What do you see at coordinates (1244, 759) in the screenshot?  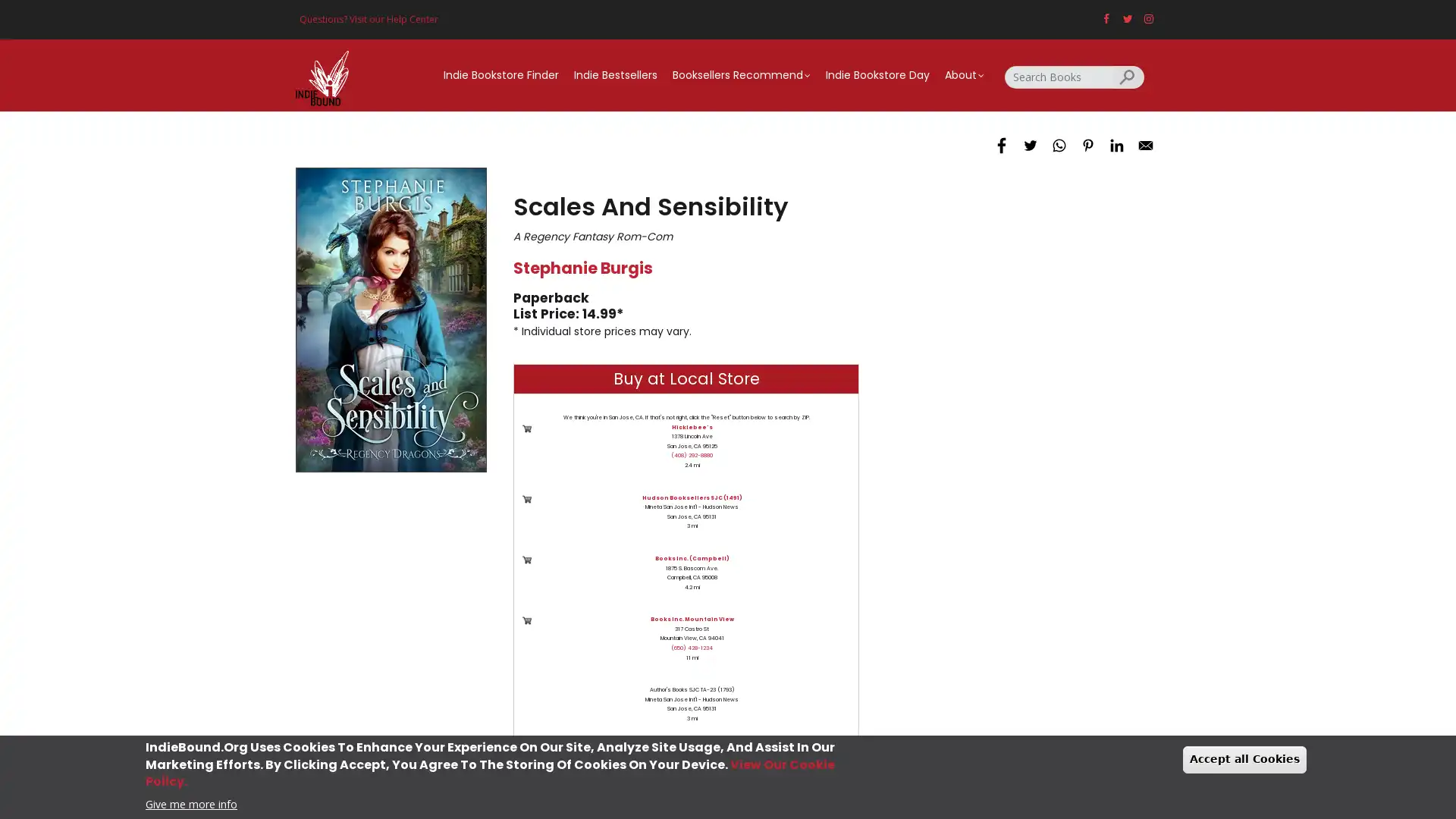 I see `Accept all Cookies` at bounding box center [1244, 759].